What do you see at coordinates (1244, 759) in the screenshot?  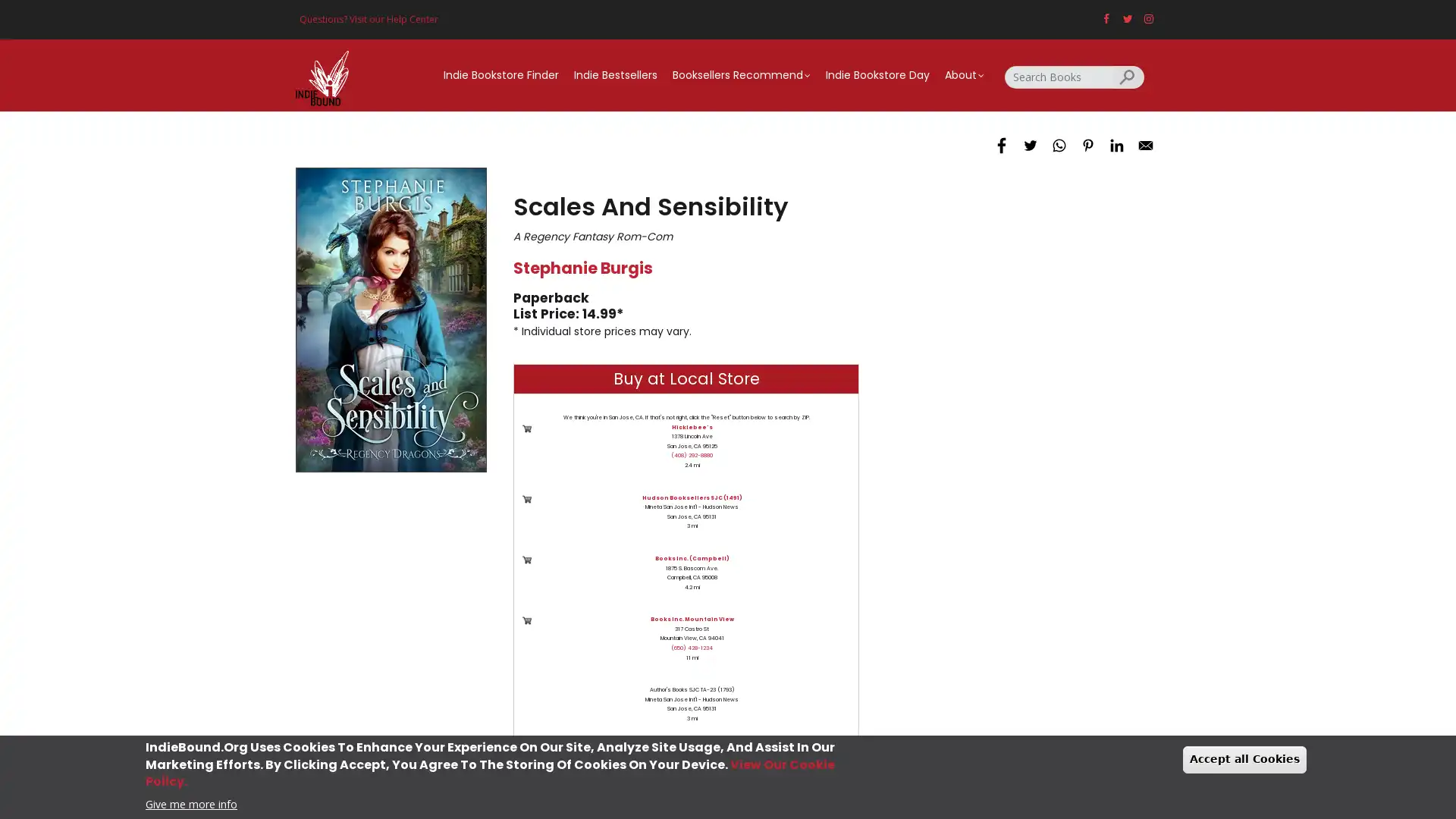 I see `Accept all Cookies` at bounding box center [1244, 759].